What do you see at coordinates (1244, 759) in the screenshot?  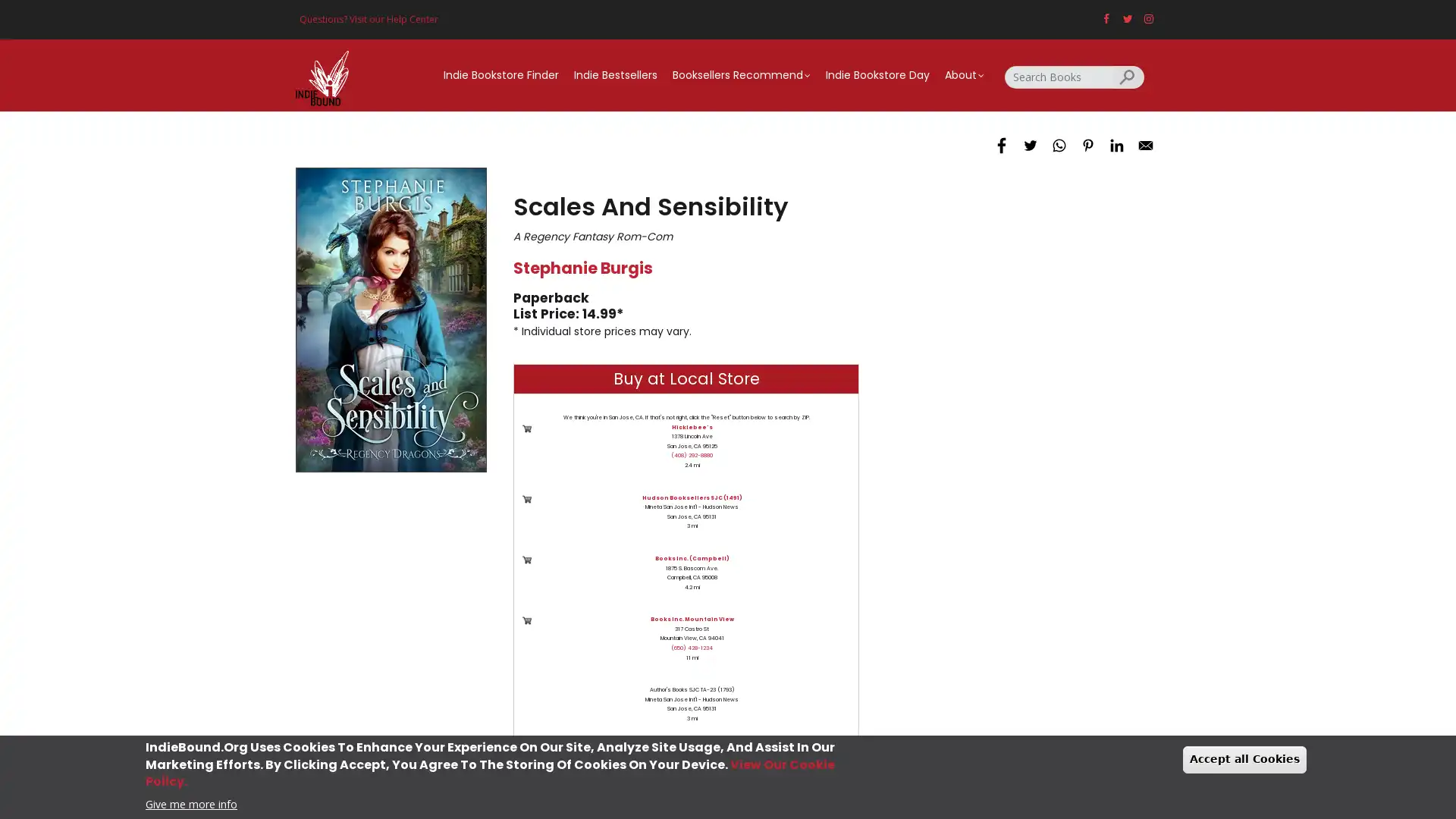 I see `Accept all Cookies` at bounding box center [1244, 759].